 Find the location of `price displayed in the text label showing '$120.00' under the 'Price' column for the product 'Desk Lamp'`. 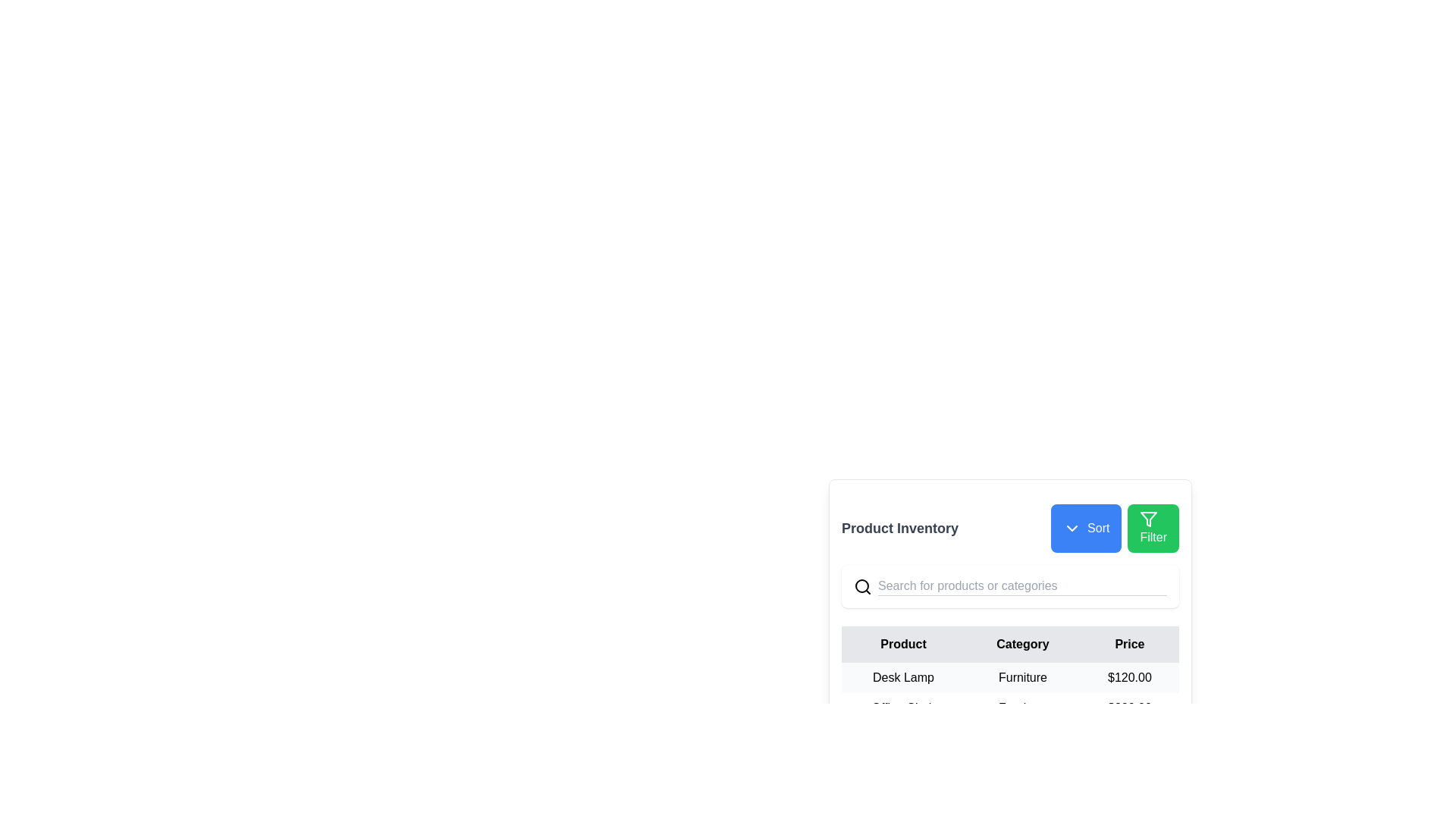

price displayed in the text label showing '$120.00' under the 'Price' column for the product 'Desk Lamp' is located at coordinates (1129, 677).